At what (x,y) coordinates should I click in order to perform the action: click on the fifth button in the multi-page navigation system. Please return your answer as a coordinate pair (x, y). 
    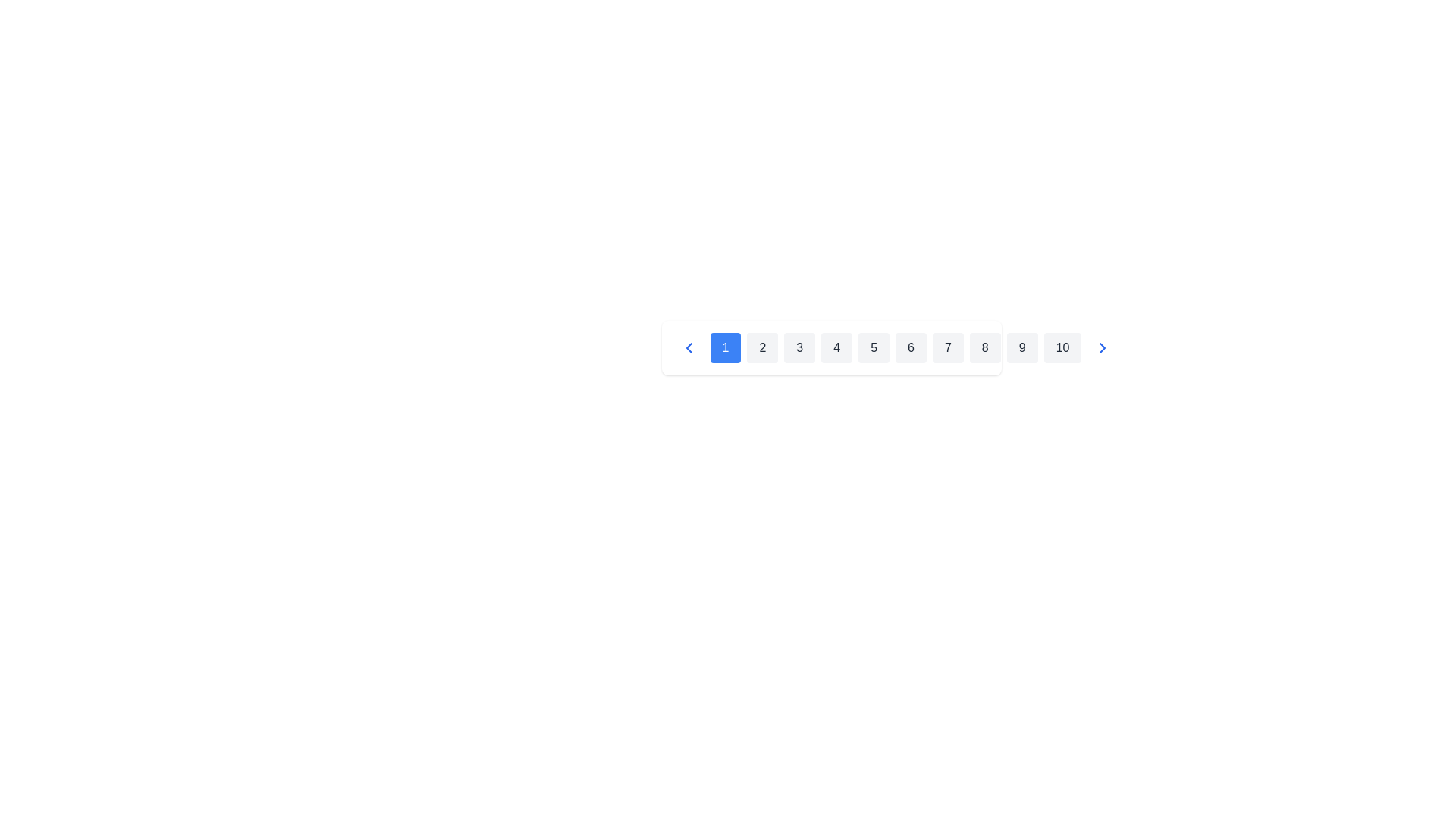
    Looking at the image, I should click on (874, 348).